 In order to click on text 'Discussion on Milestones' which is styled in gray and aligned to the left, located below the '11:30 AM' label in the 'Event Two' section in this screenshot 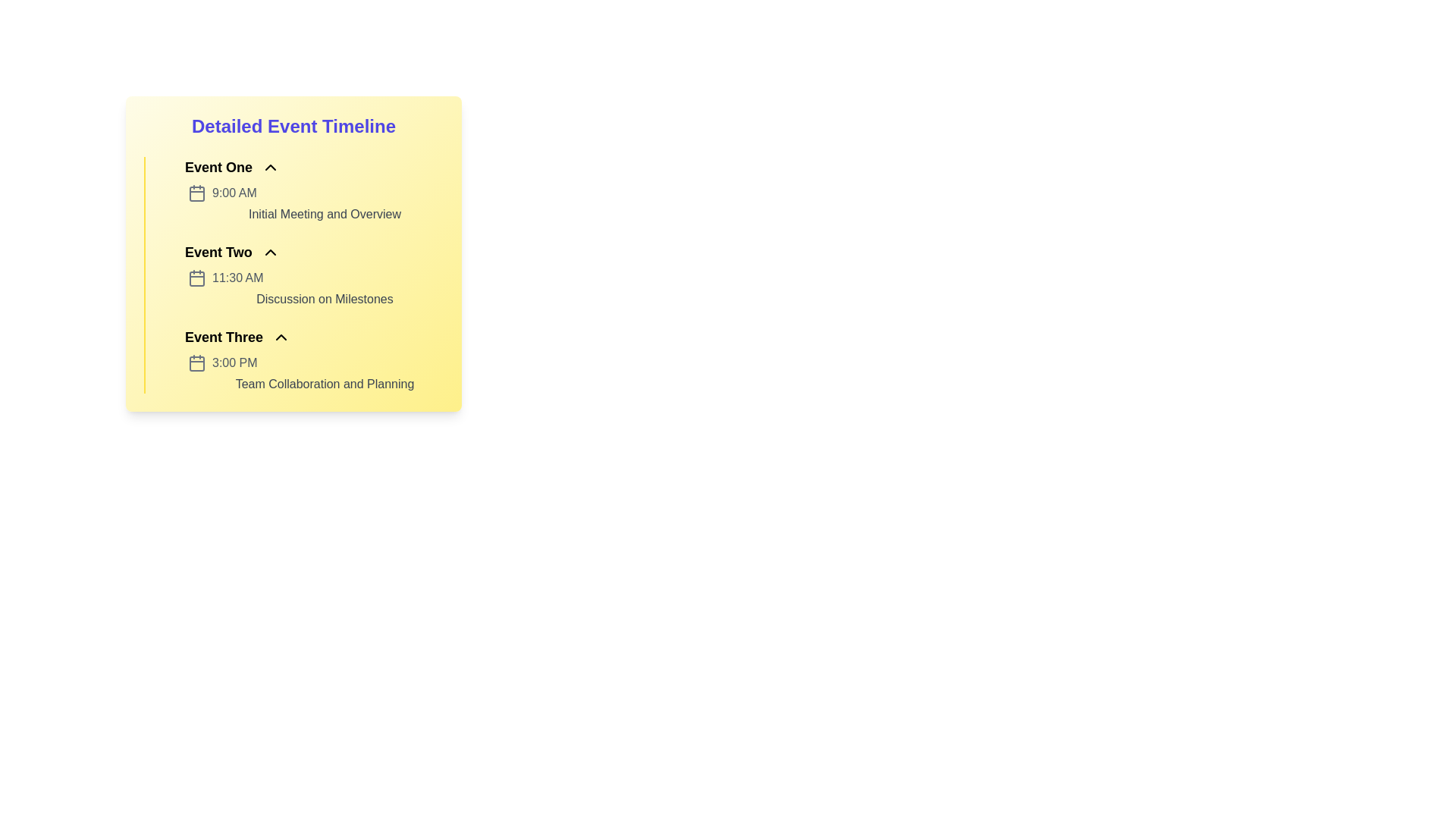, I will do `click(324, 299)`.